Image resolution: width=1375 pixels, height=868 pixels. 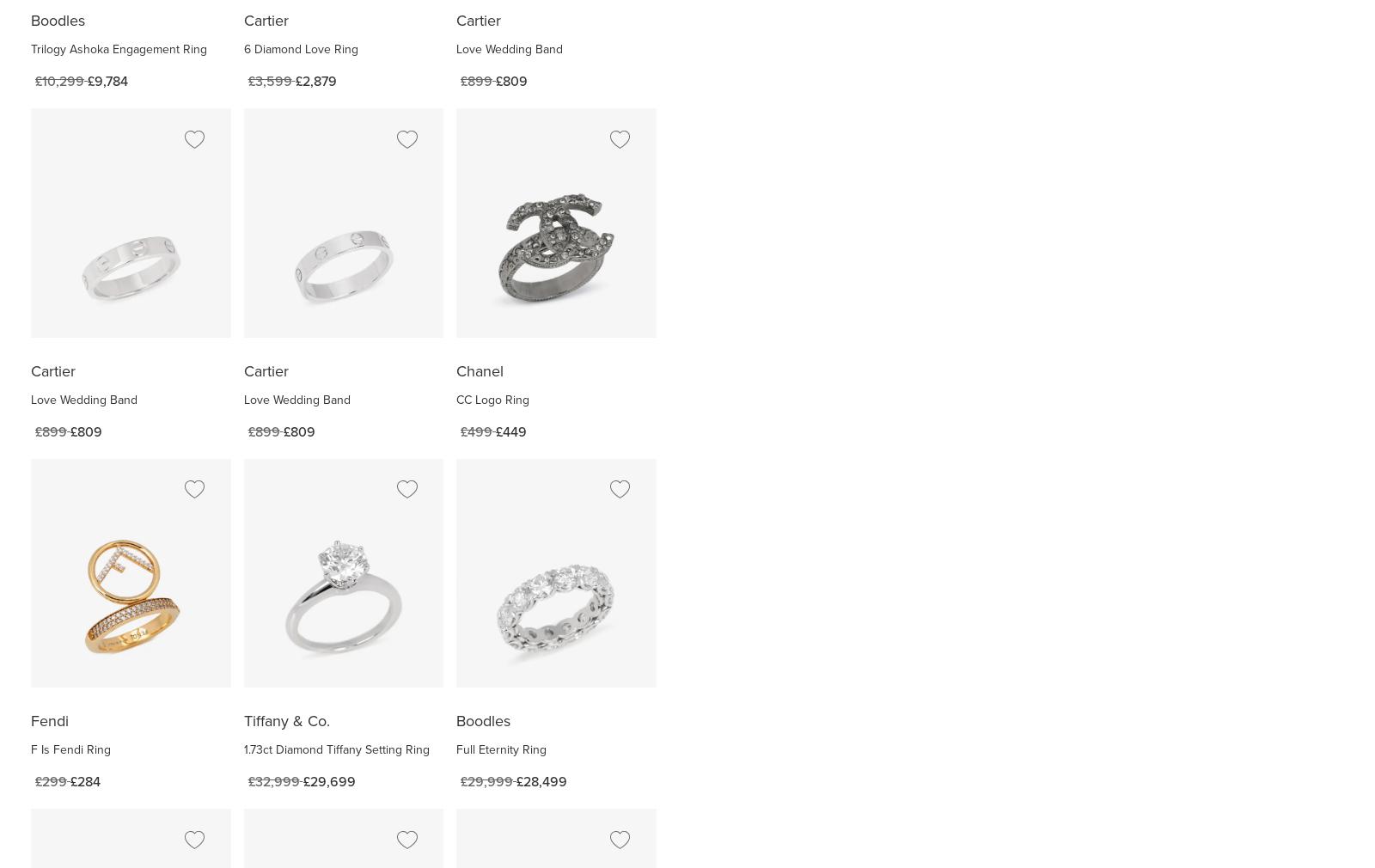 I want to click on '£29,999', so click(x=486, y=781).